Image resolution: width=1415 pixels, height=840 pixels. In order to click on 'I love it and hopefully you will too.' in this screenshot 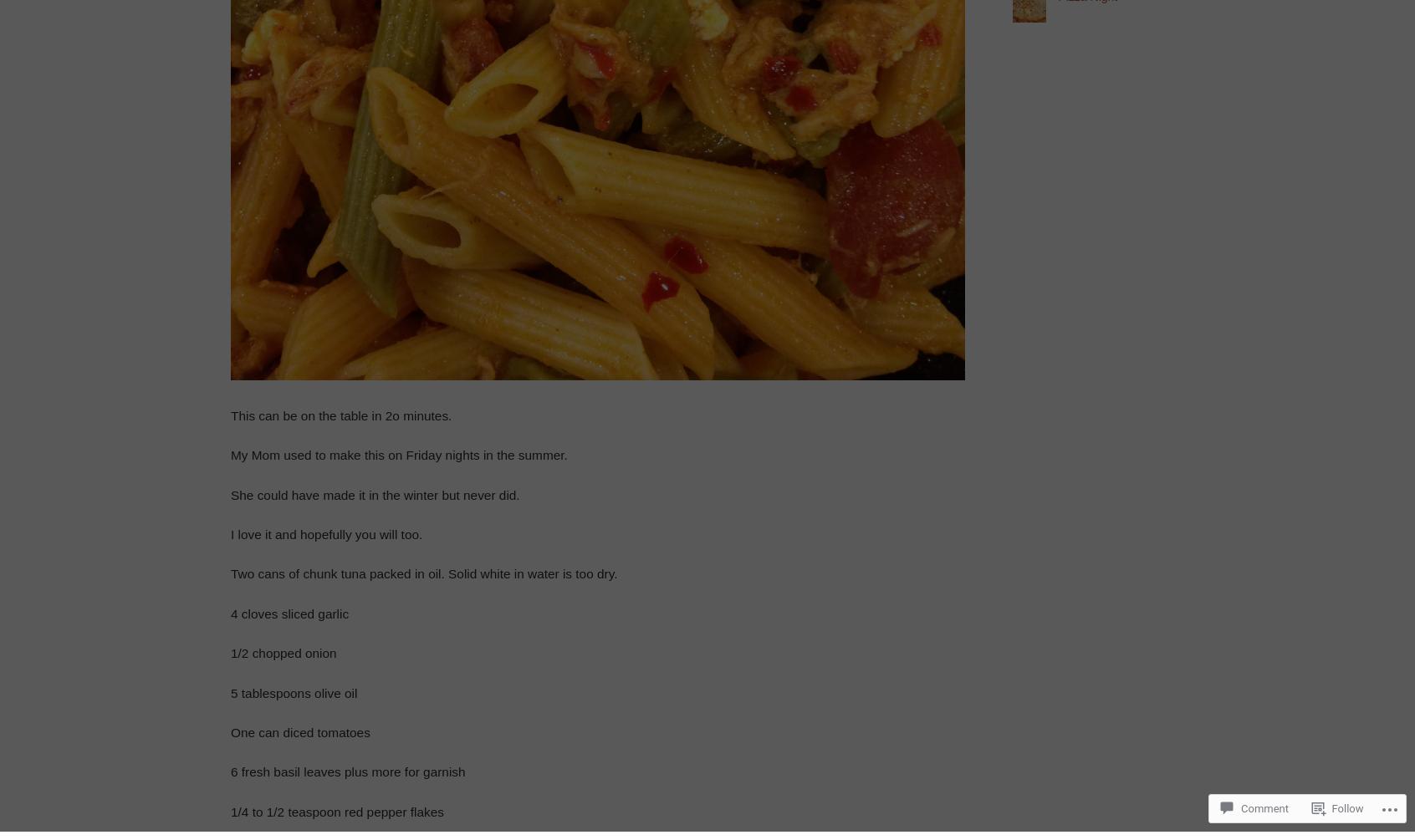, I will do `click(326, 532)`.